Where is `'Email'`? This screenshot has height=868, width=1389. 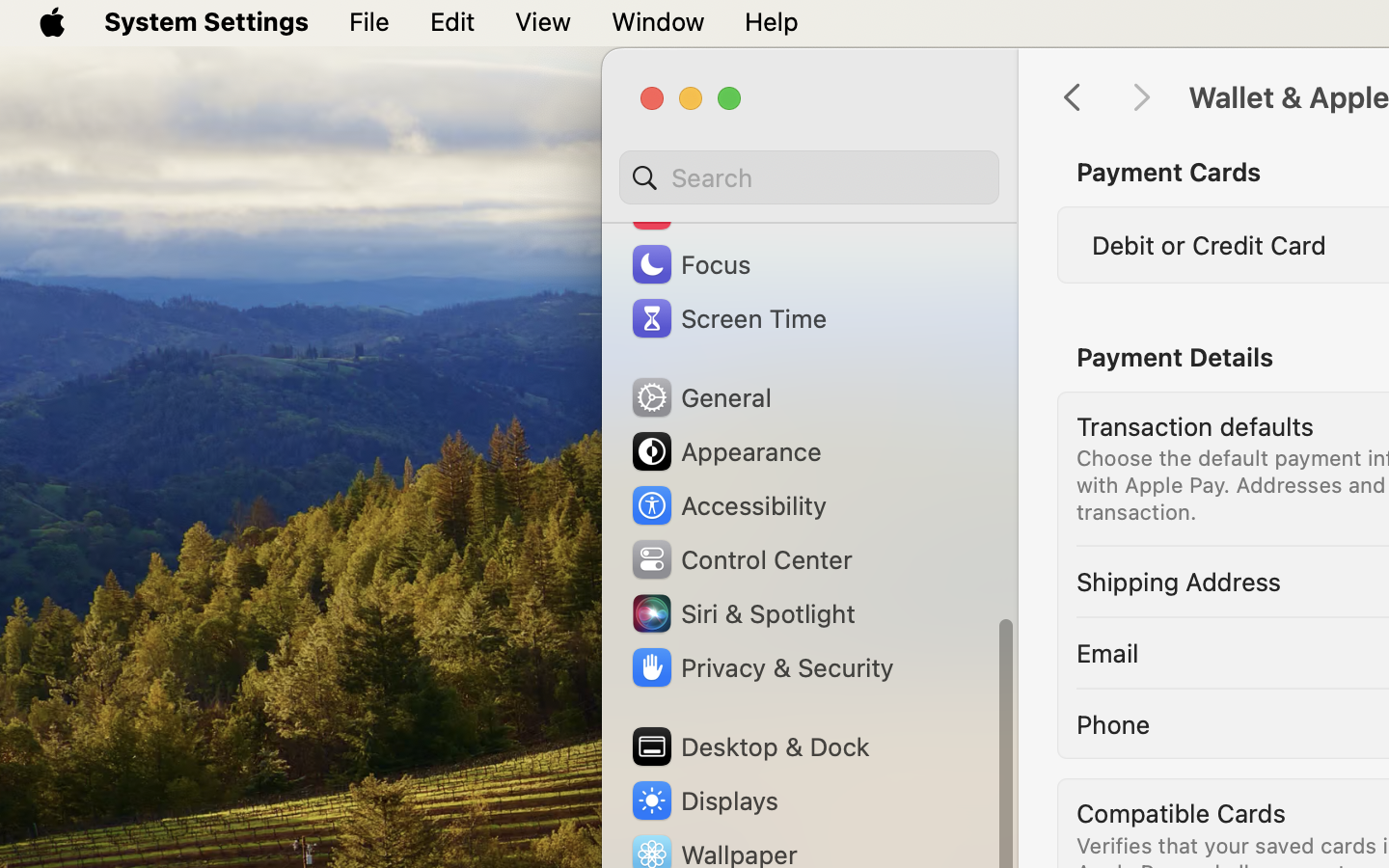
'Email' is located at coordinates (1106, 651).